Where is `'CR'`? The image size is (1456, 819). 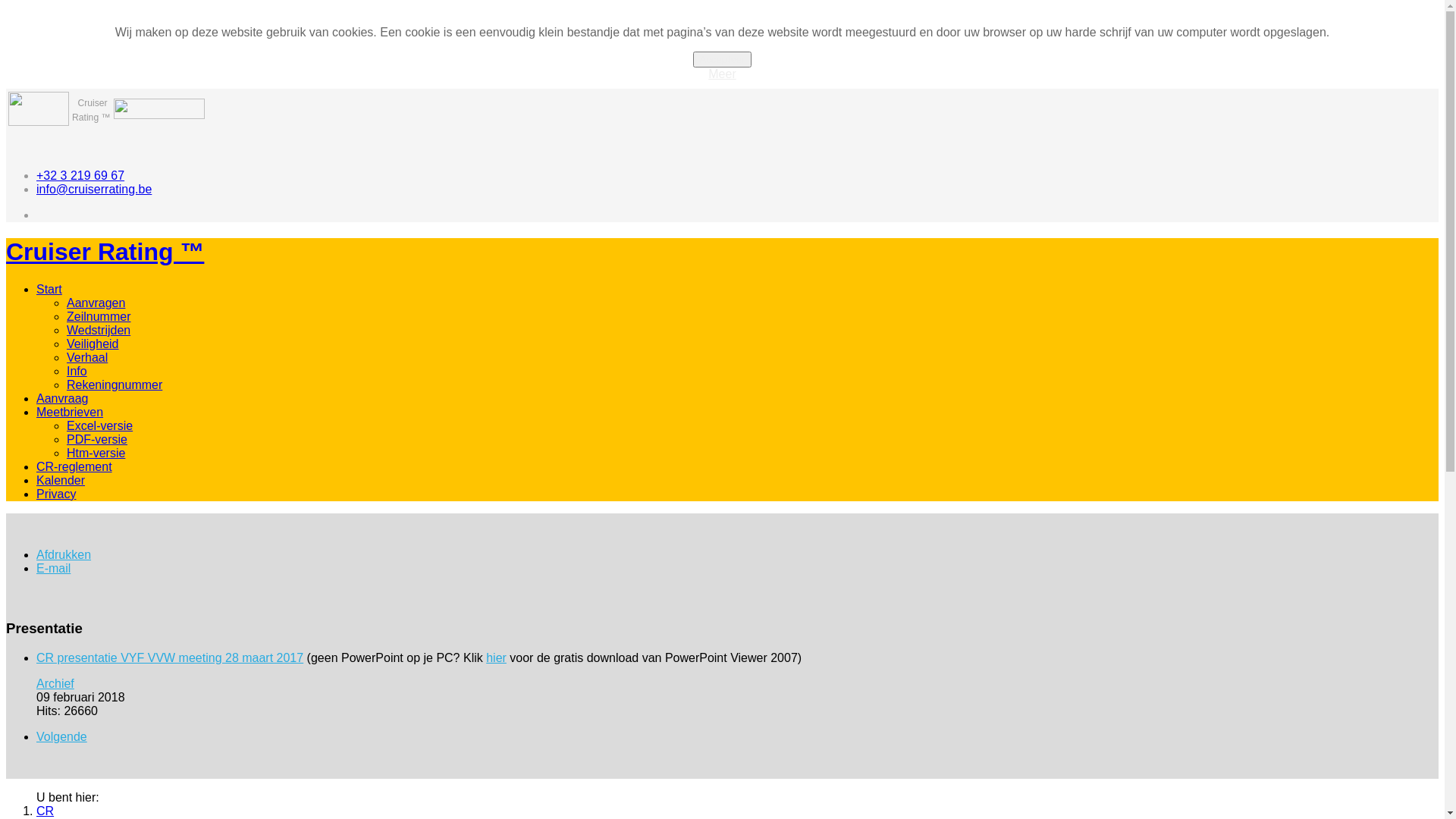
'CR' is located at coordinates (45, 810).